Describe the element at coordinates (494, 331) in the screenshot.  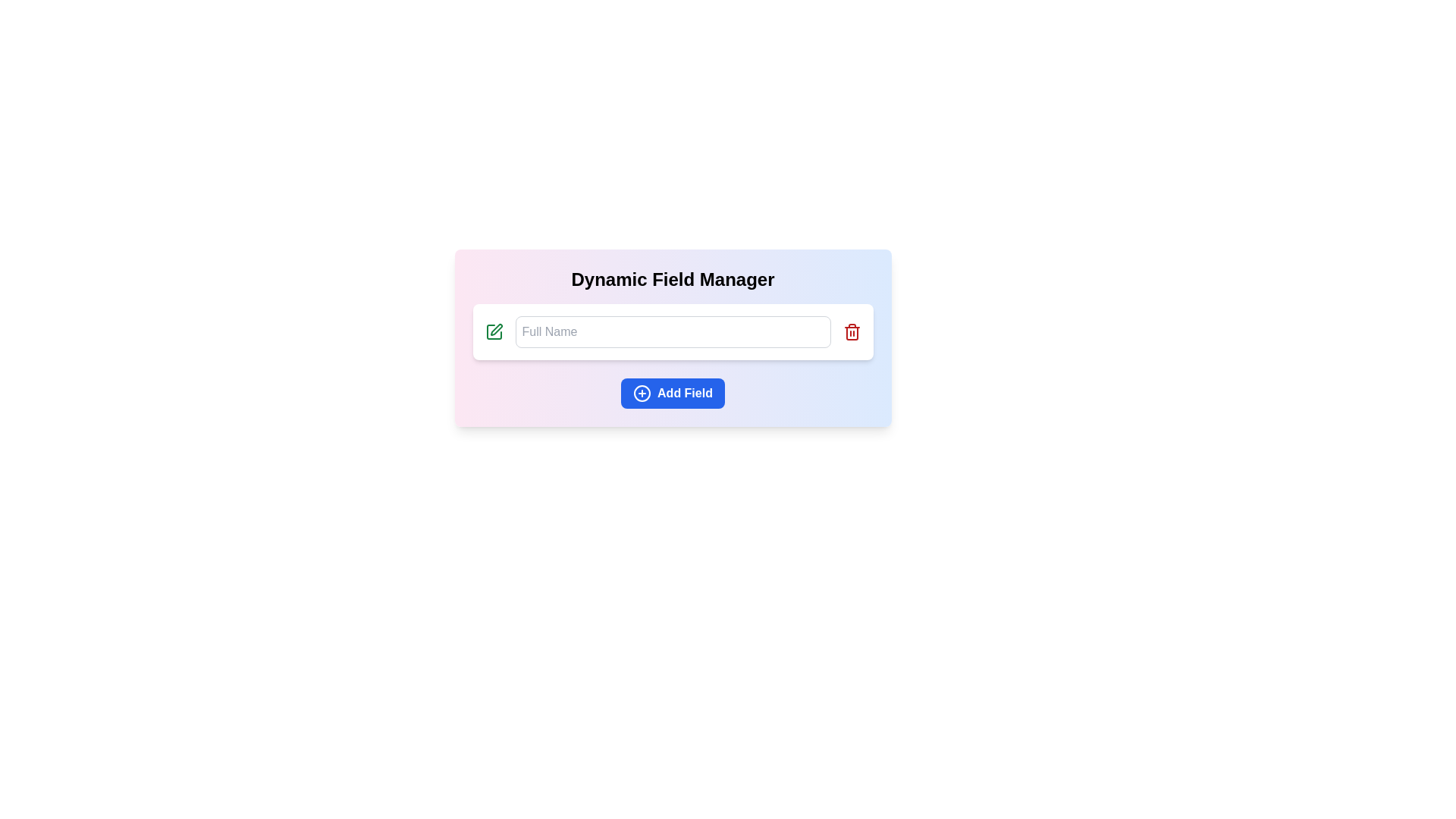
I see `the edit icon button located to the left of the 'Full Name' text input field, which allows users to modify or input information` at that location.